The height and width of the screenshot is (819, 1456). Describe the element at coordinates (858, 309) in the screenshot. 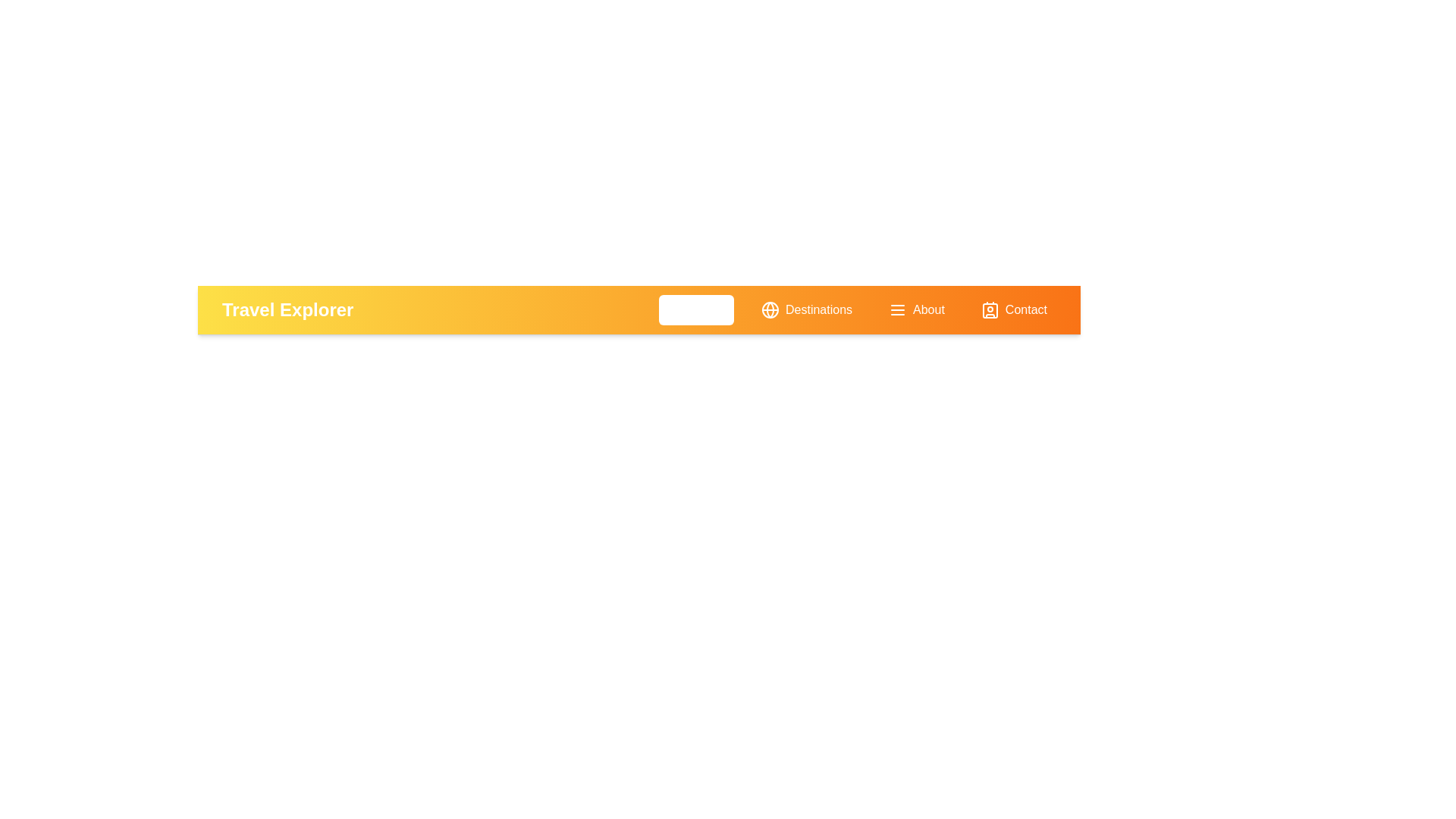

I see `the Navigation menu located in the main navigation bar` at that location.